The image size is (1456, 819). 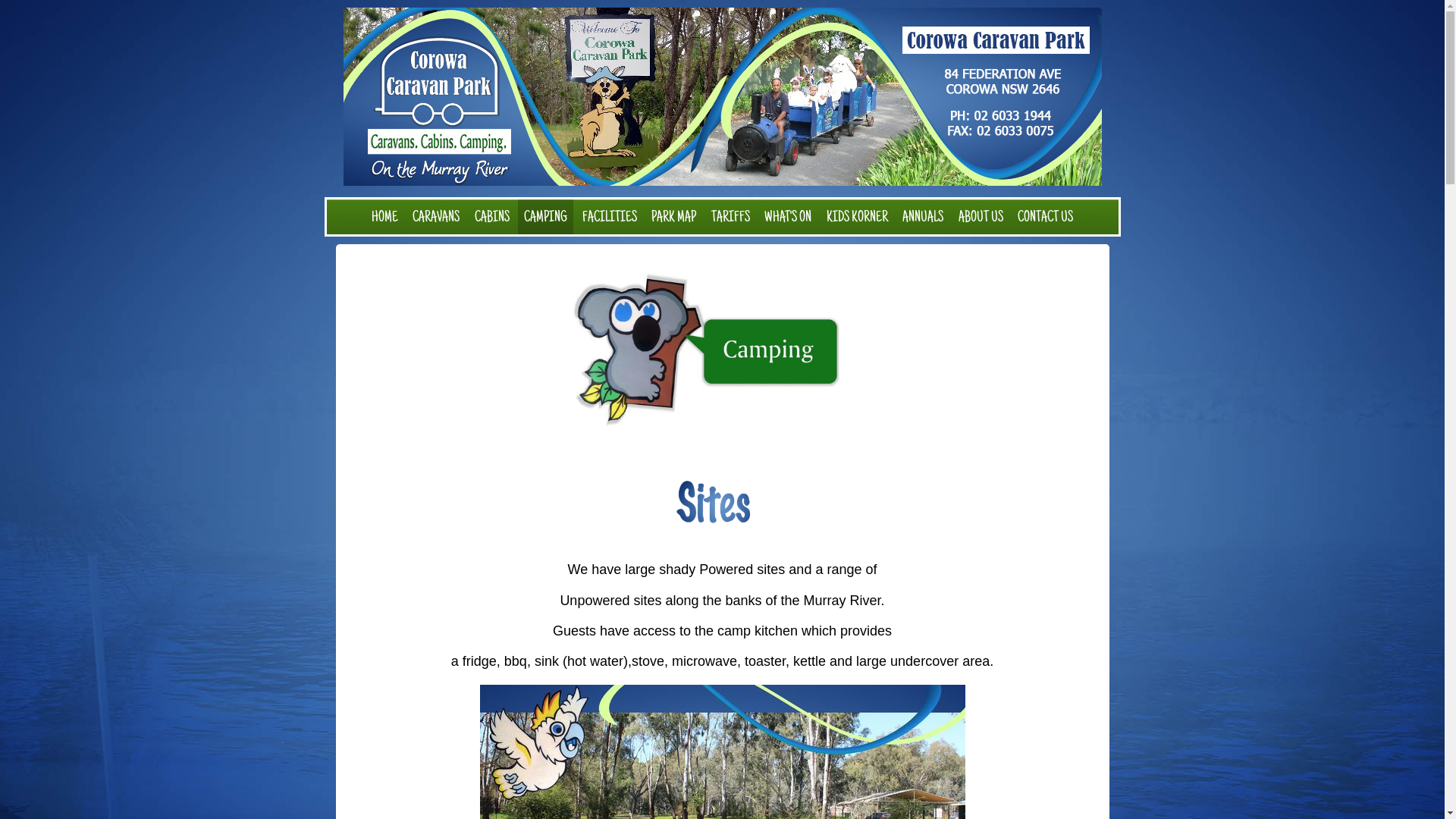 What do you see at coordinates (722, 350) in the screenshot?
I see `'campingsignJPEG.jpg - large'` at bounding box center [722, 350].